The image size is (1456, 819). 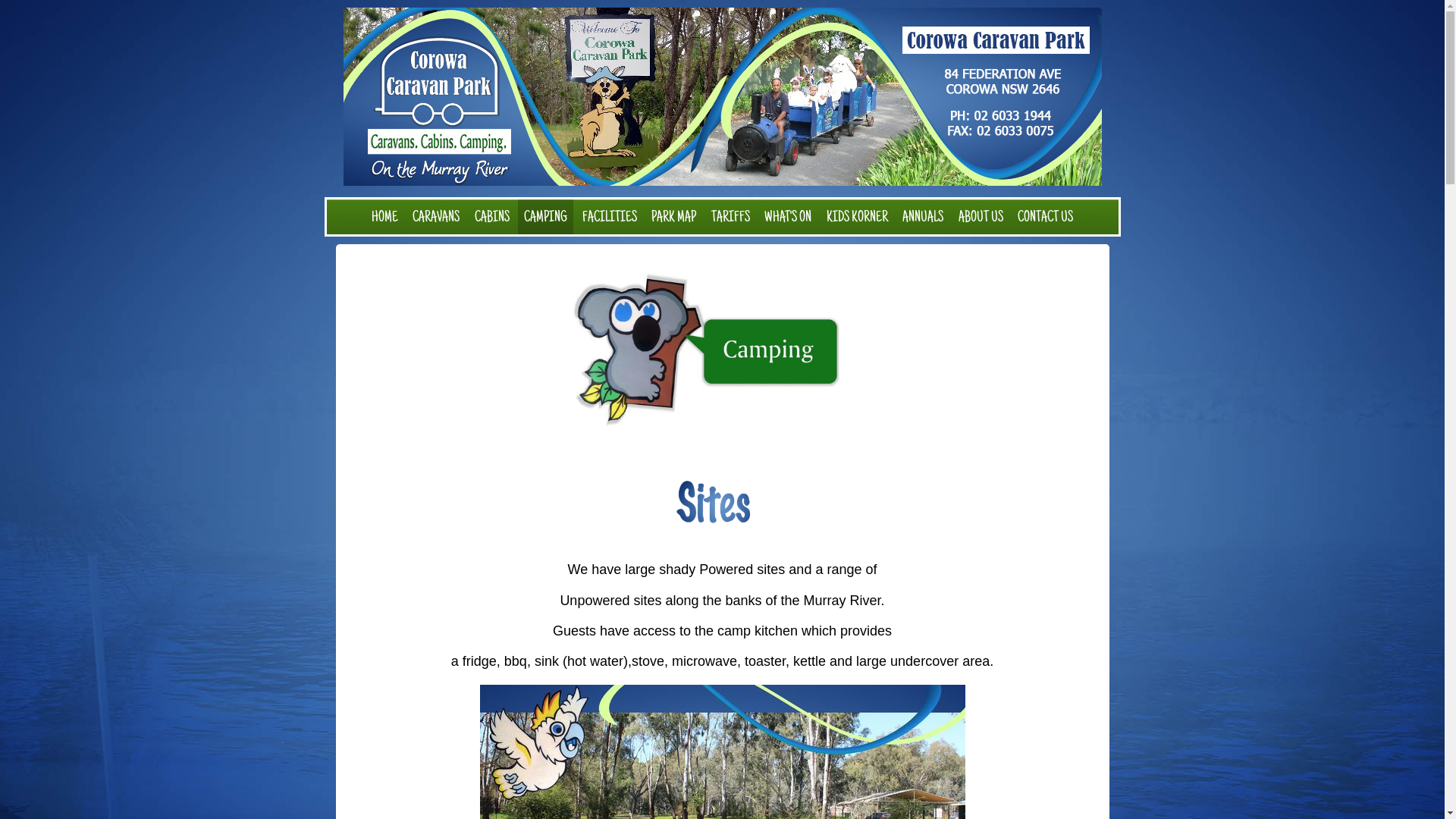 What do you see at coordinates (722, 350) in the screenshot?
I see `'campingsignJPEG.jpg - large'` at bounding box center [722, 350].